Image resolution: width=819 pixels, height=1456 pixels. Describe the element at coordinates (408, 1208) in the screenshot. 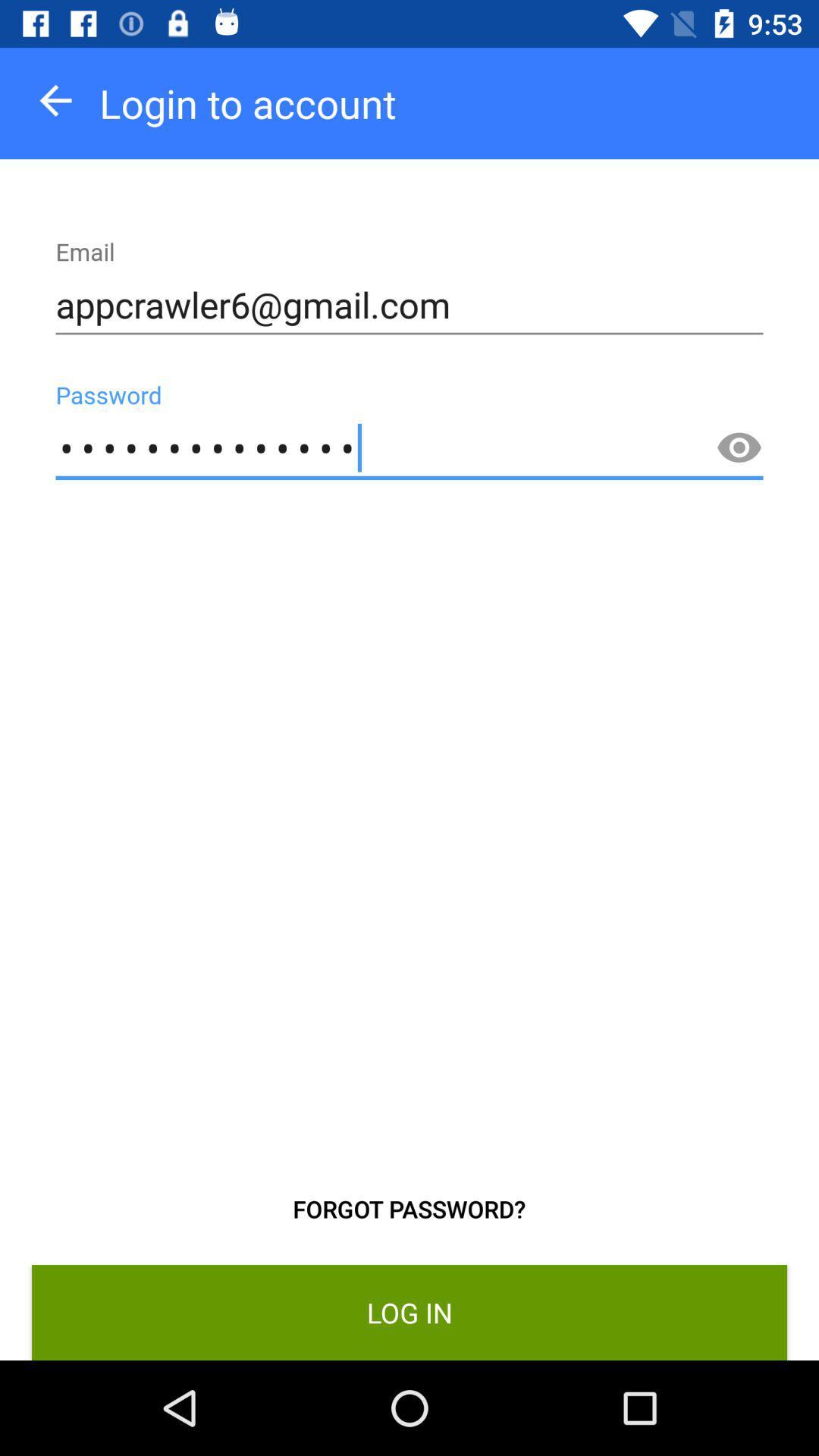

I see `the icon above the log in item` at that location.